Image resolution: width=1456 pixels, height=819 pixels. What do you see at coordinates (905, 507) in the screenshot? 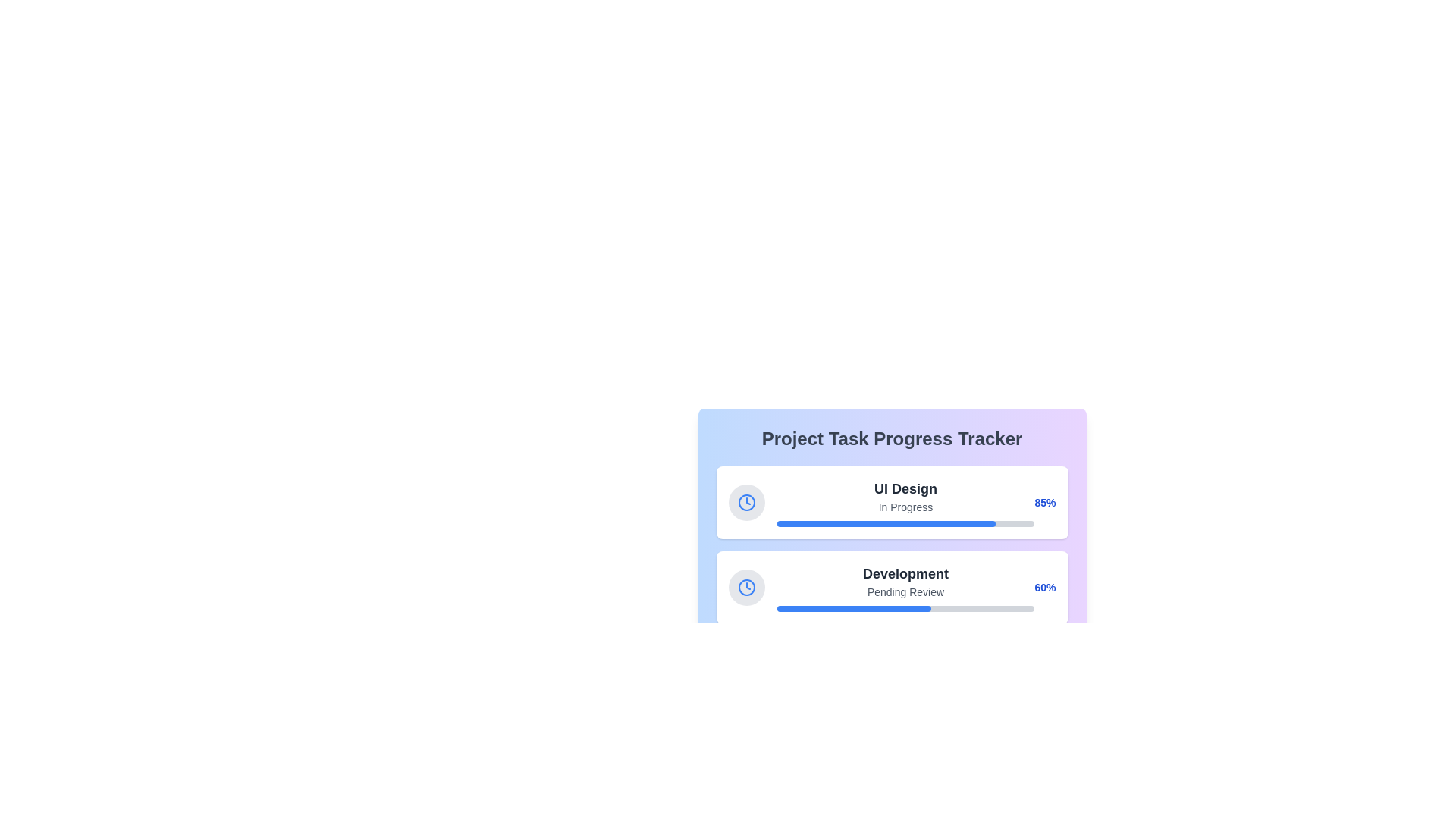
I see `the text label indicating the current status 'In Progress' of the project 'UI Design', which is centrally positioned beneath the primary label within the progress tracker card` at bounding box center [905, 507].